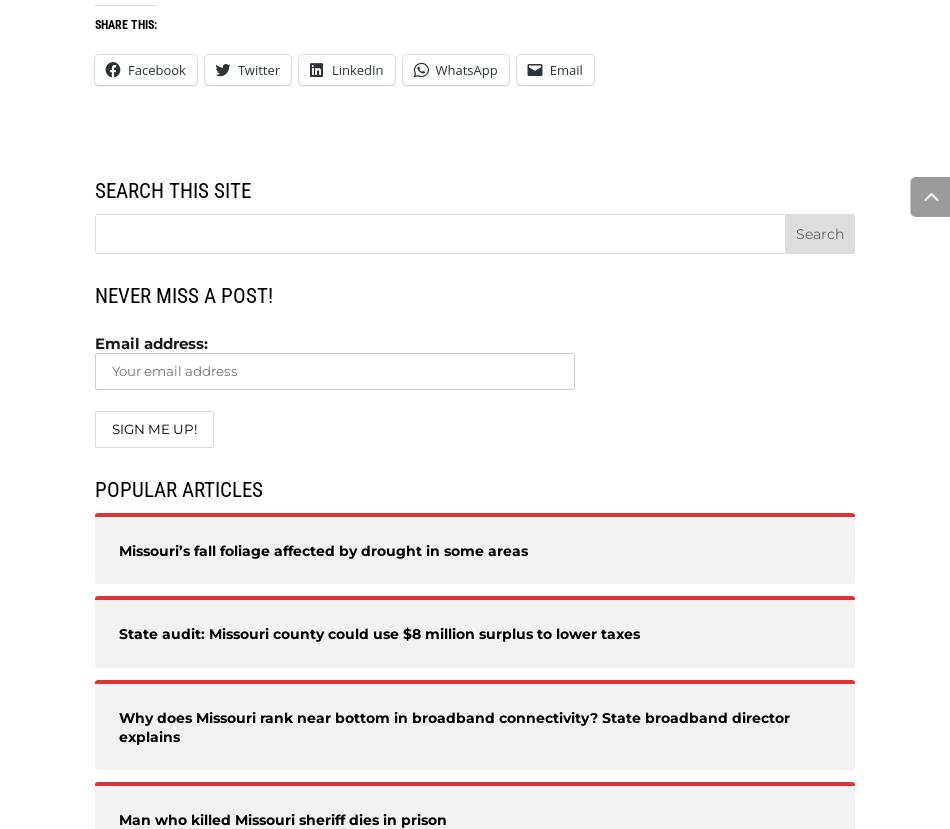 The height and width of the screenshot is (829, 950). Describe the element at coordinates (95, 489) in the screenshot. I see `'Popular Articles'` at that location.